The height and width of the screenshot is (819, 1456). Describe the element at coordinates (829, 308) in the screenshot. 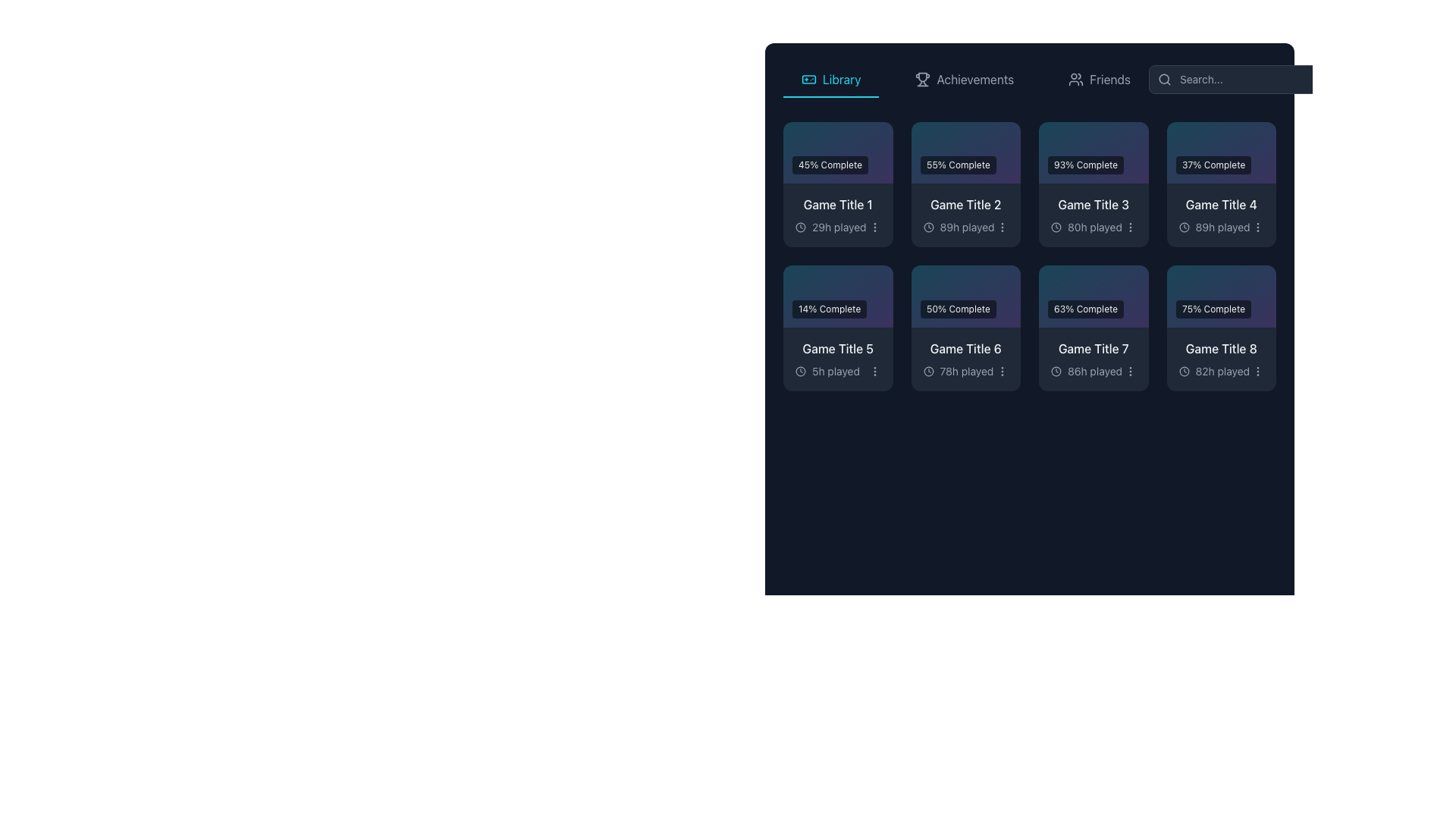

I see `the text label displaying '14% Complete' located in the lower-left corner of the card interface in the library, which has a light font color on a dark semi-transparent background` at that location.